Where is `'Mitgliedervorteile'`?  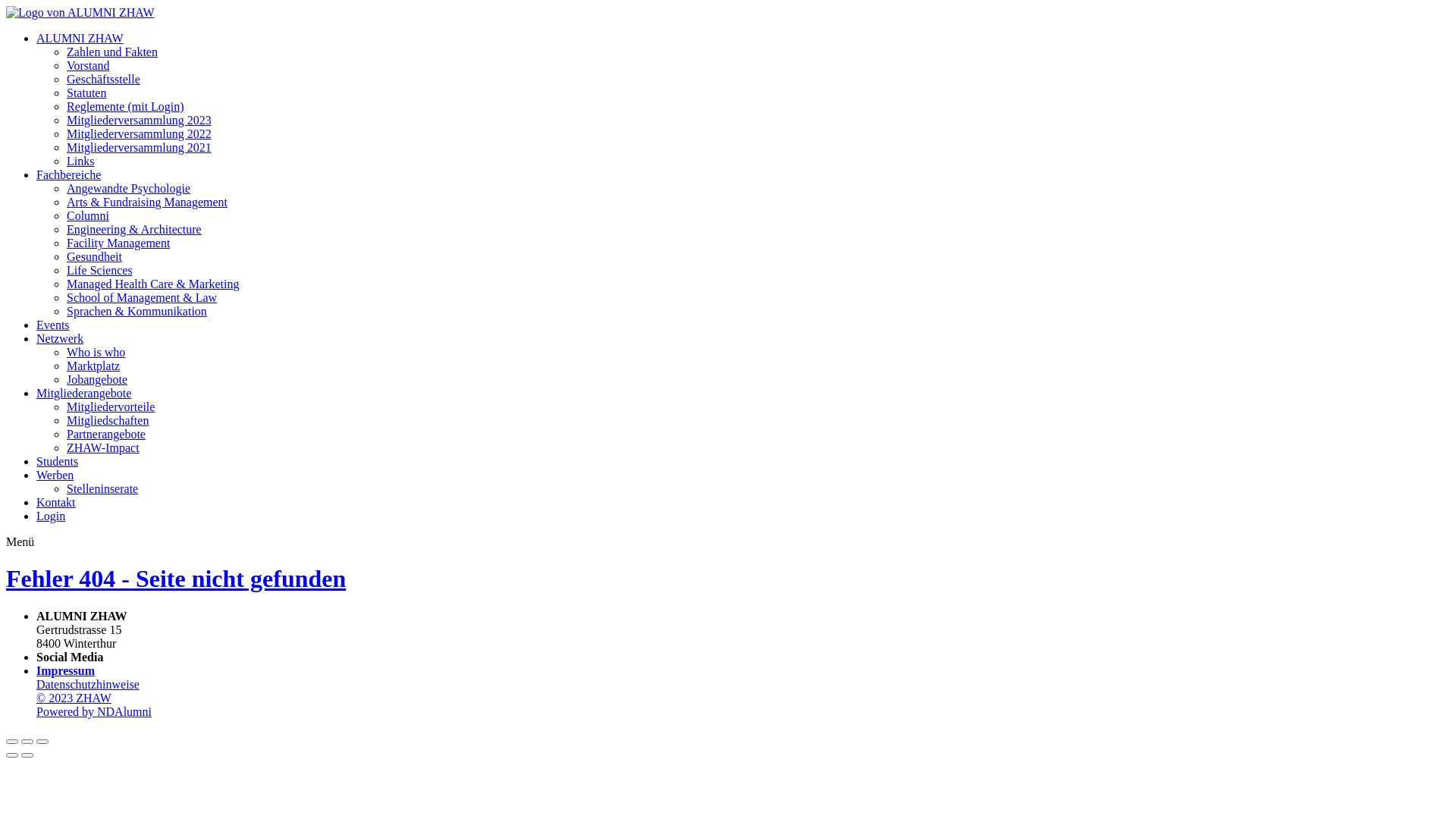 'Mitgliedervorteile' is located at coordinates (109, 406).